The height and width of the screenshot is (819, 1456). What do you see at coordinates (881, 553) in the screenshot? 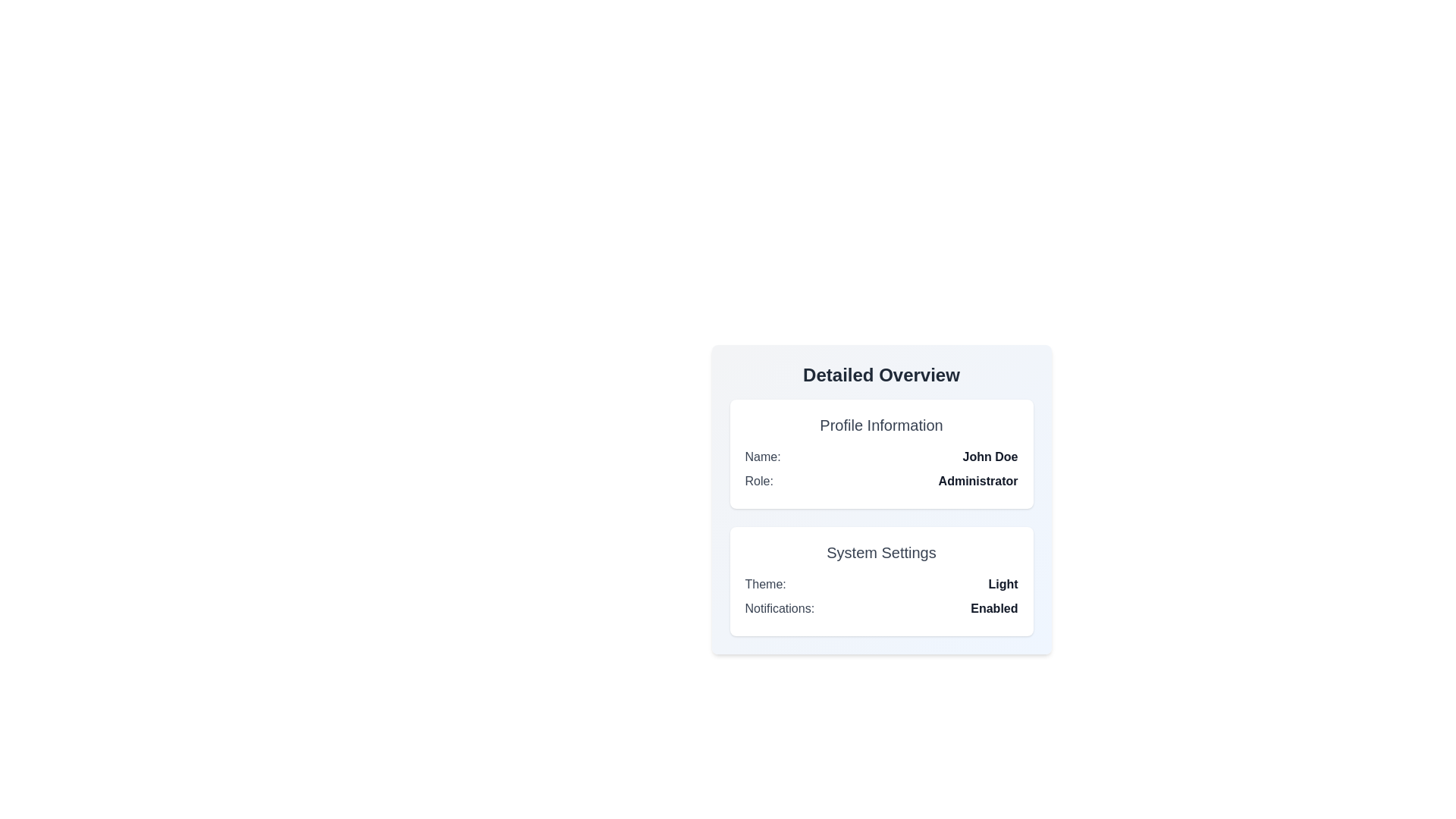
I see `the 'System Settings' heading, which is a prominently displayed title in a large gray font within a white, shadowed card element, located in the second rectangular section of the interface` at bounding box center [881, 553].